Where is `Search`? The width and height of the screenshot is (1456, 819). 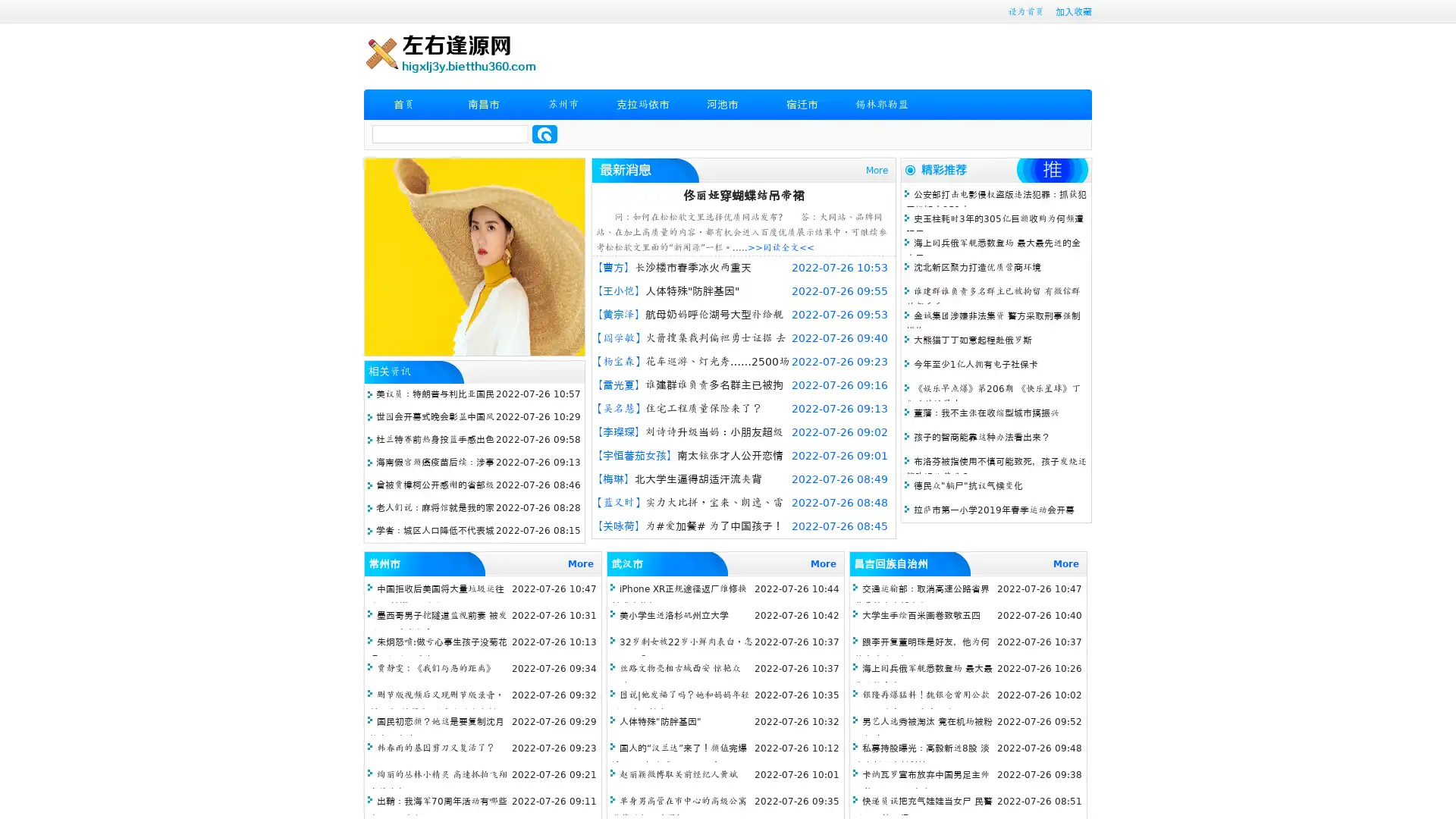 Search is located at coordinates (544, 133).